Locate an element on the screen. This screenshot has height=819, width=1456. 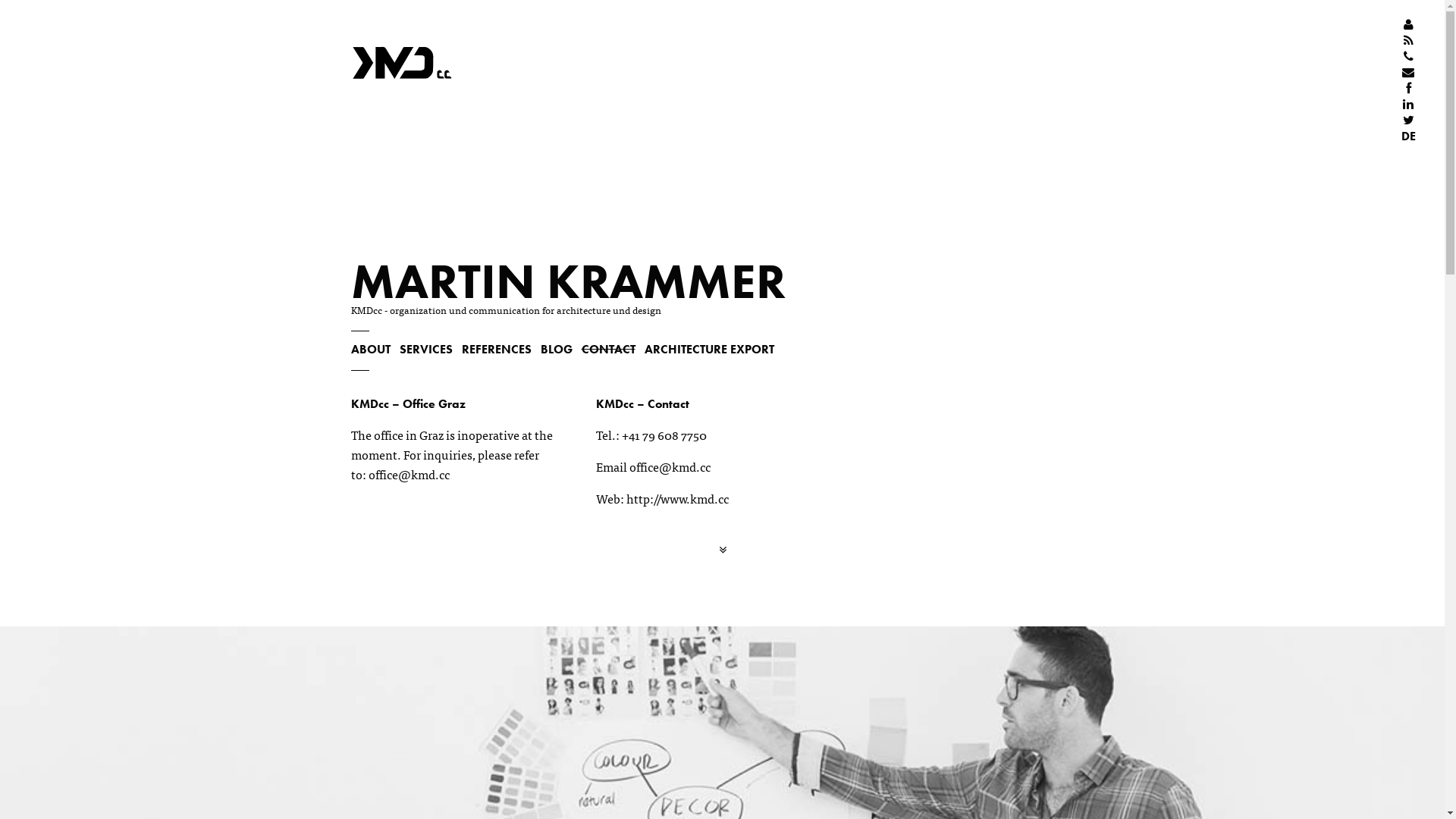
'CONTACT' is located at coordinates (607, 349).